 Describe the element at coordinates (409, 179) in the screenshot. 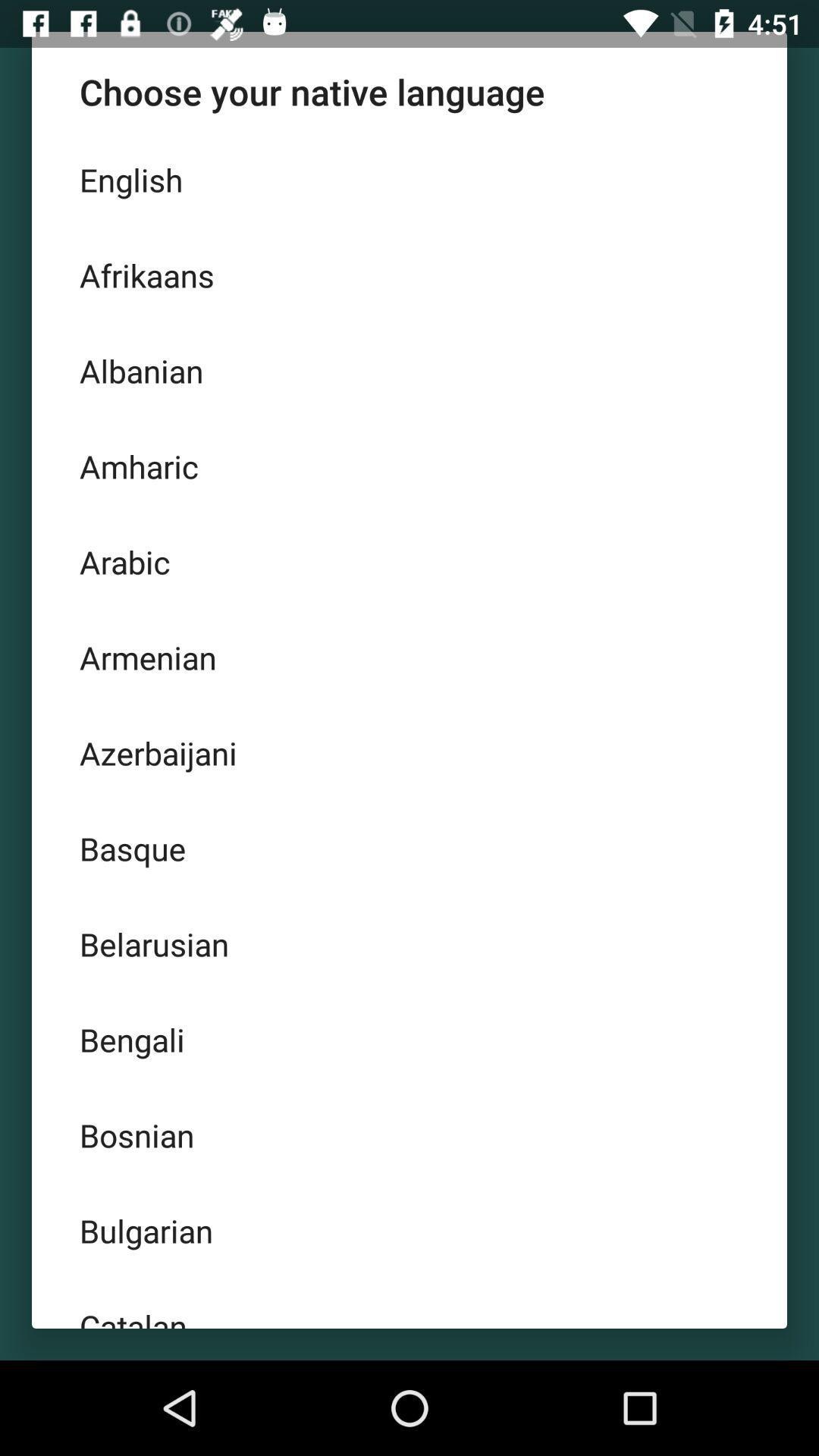

I see `english` at that location.